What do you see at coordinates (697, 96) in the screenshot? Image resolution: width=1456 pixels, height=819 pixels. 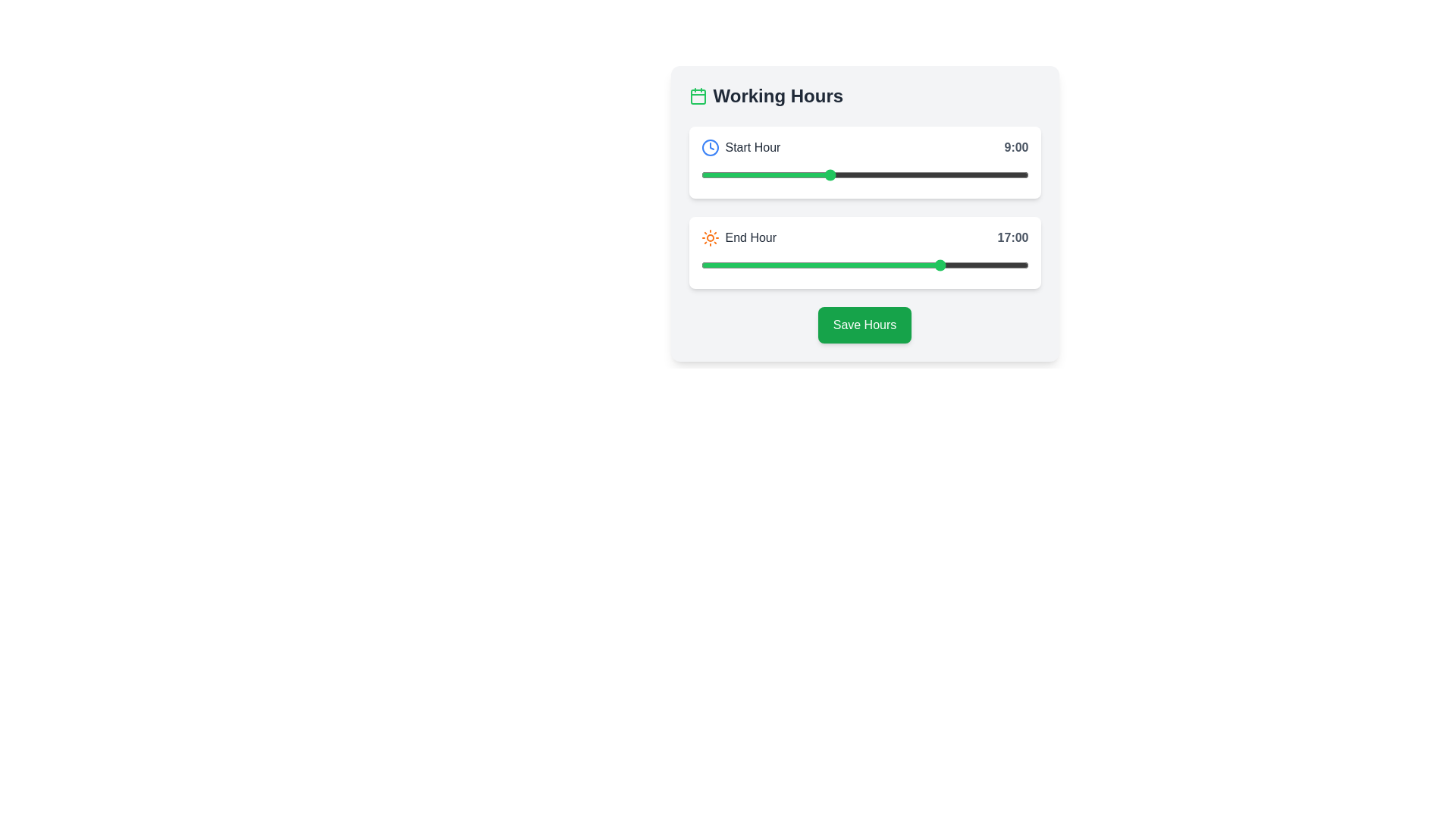 I see `the decorative icon representing scheduling or working hours, which is located immediately to the left of the 'Working Hours' text` at bounding box center [697, 96].